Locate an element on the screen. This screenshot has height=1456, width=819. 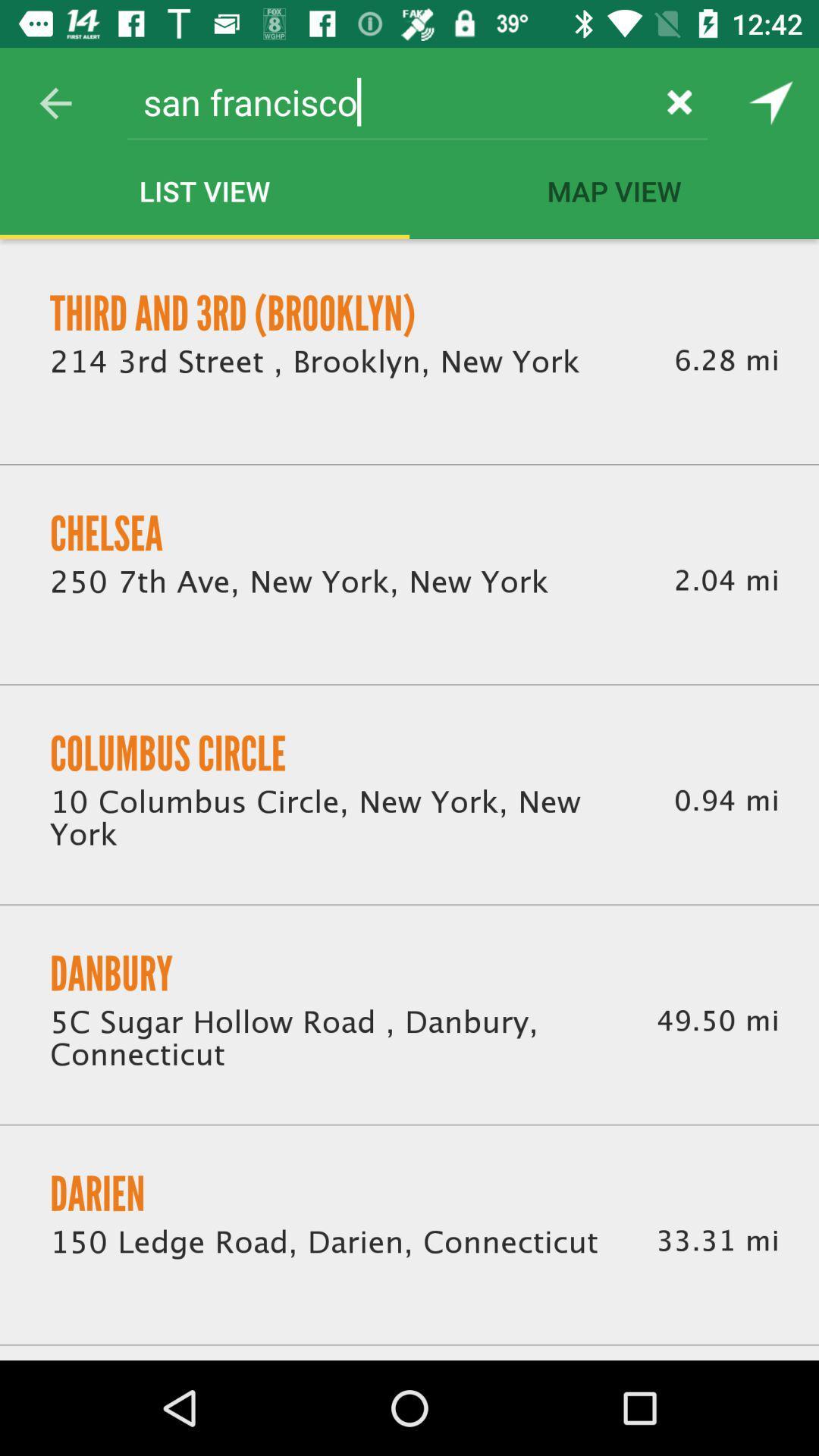
icon below danbury is located at coordinates (334, 1040).